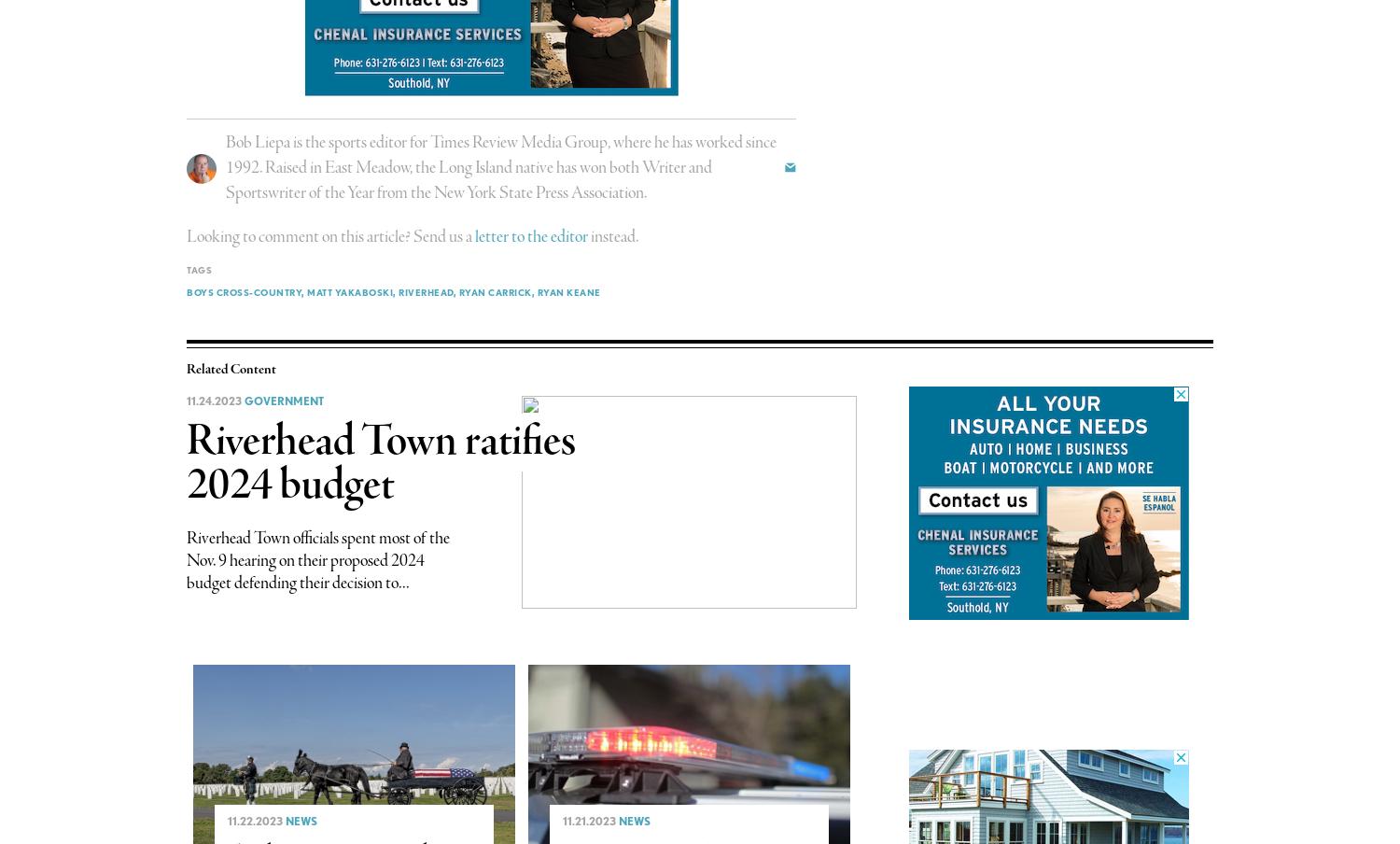 The height and width of the screenshot is (844, 1400). Describe the element at coordinates (316, 559) in the screenshot. I see `'Riverhead Town officials spent most of the Nov. 9 hearing on their proposed 2024 budget defending their decision to...'` at that location.